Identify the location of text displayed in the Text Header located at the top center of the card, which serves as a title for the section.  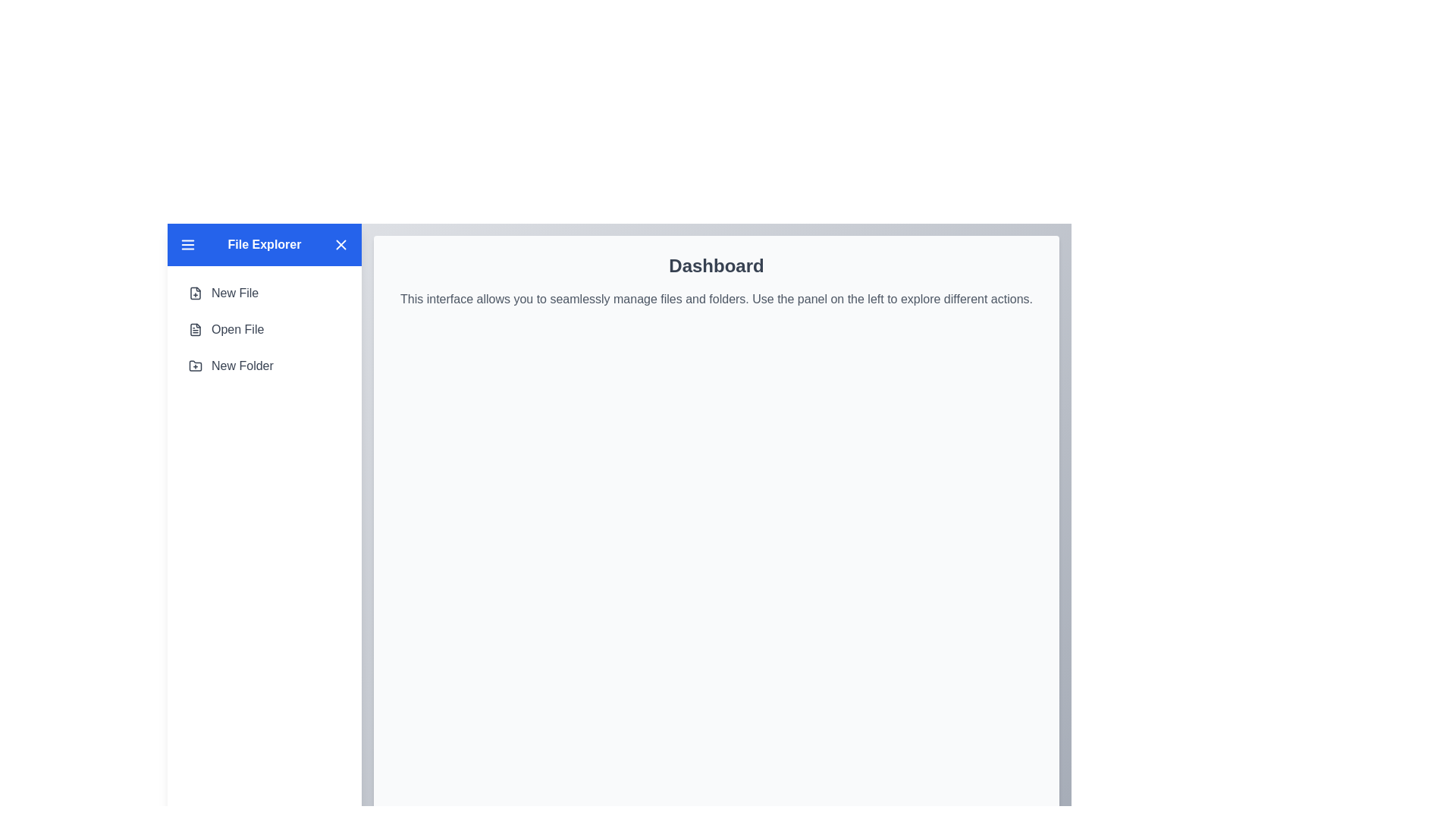
(716, 265).